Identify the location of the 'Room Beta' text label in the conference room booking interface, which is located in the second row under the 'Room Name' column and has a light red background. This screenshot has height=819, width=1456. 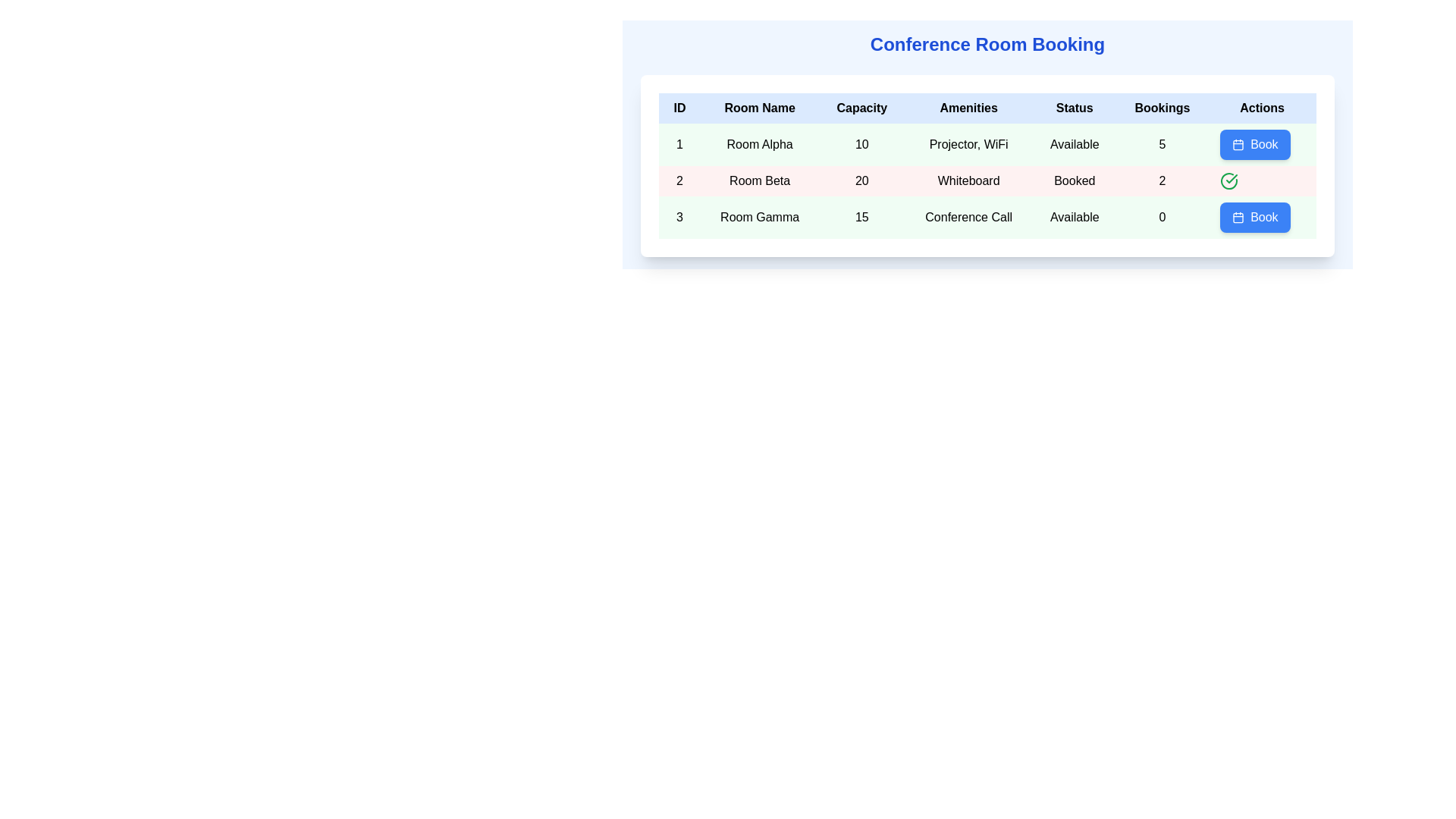
(760, 180).